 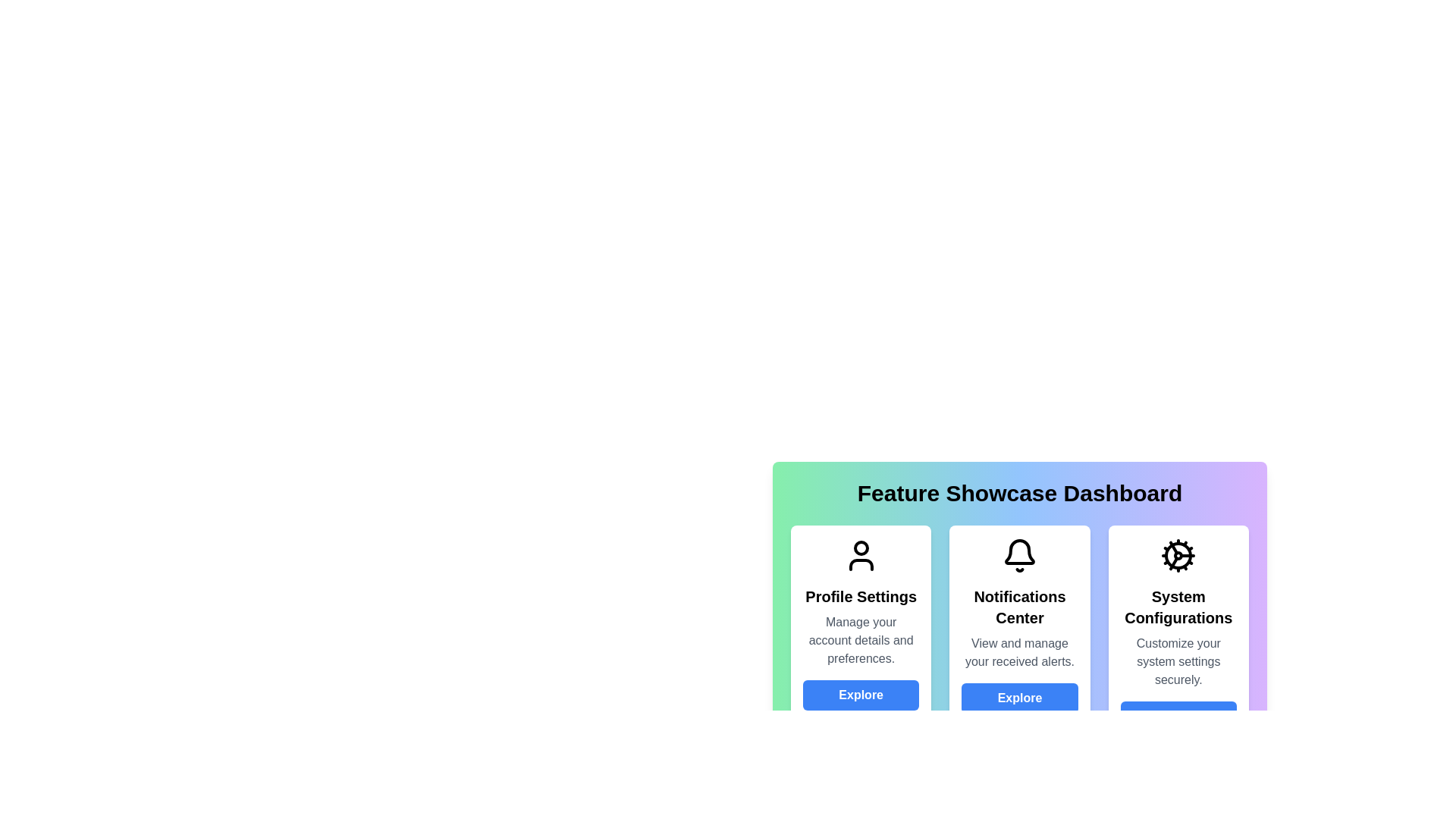 What do you see at coordinates (861, 548) in the screenshot?
I see `the SVG circle representing the user profile or avatar located at the top of the 'Profile Settings' card on the Feature Showcase Dashboard` at bounding box center [861, 548].